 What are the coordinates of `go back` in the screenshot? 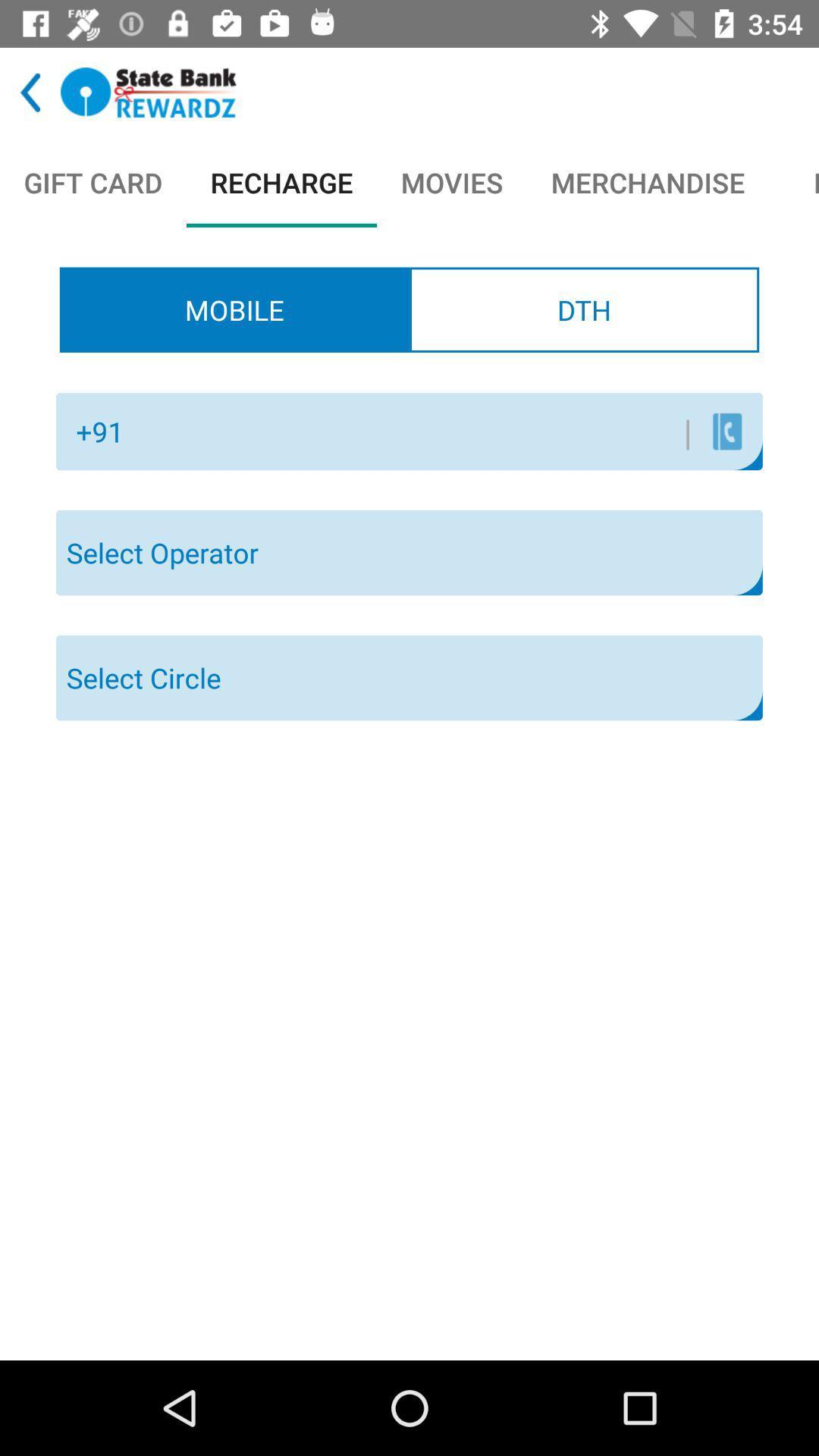 It's located at (30, 92).